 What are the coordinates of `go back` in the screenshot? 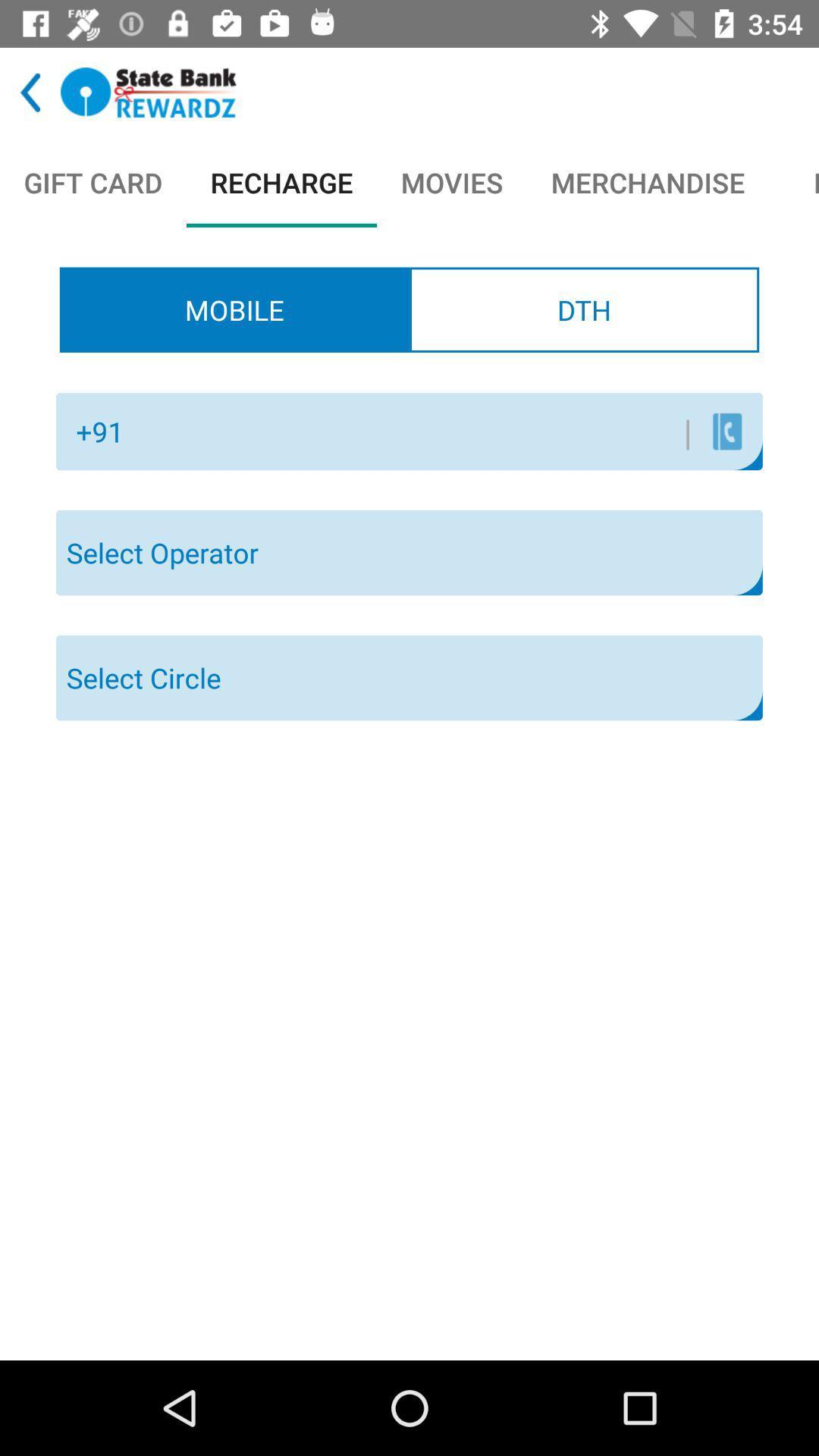 It's located at (30, 92).